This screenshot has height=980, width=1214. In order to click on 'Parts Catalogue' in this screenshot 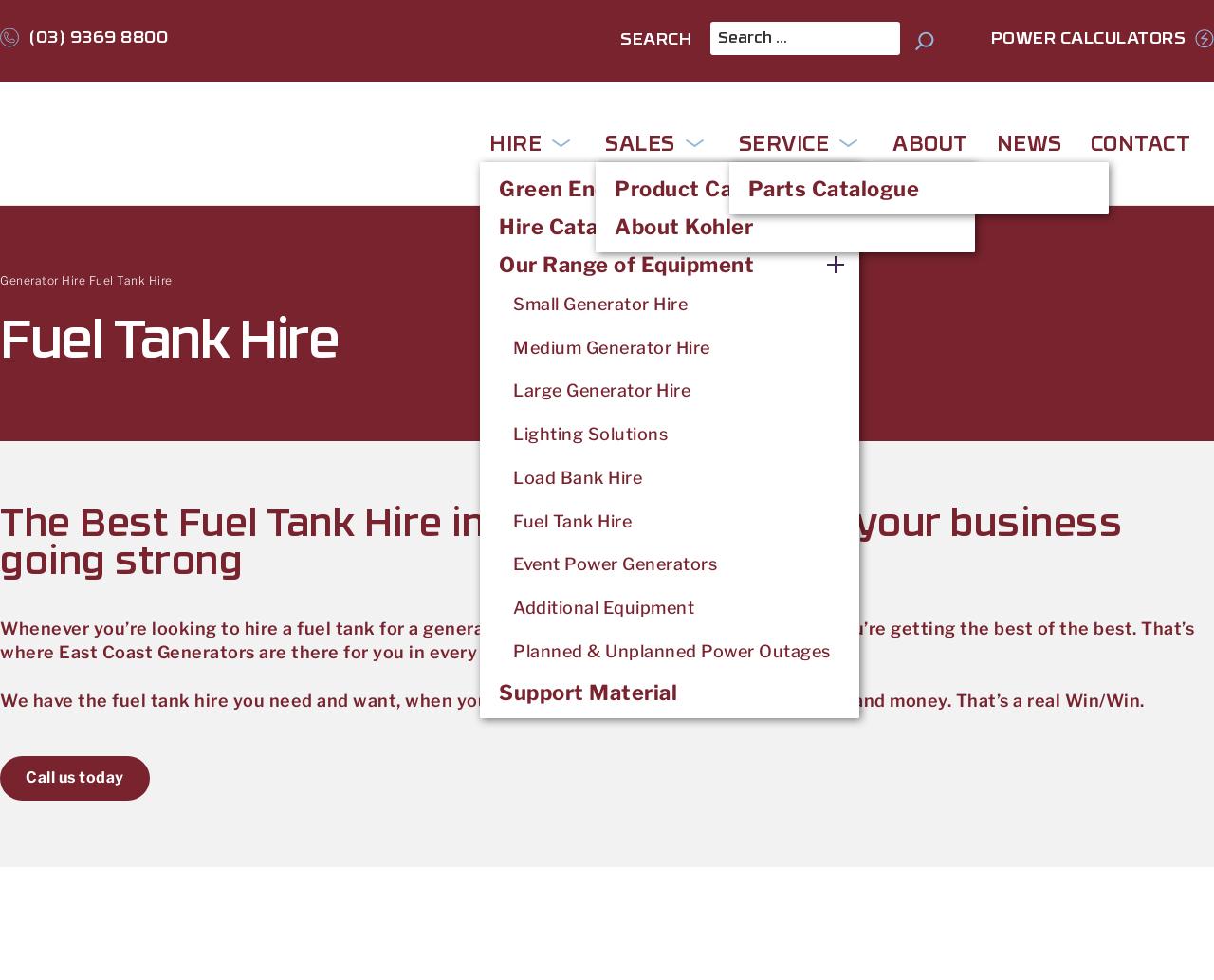, I will do `click(833, 187)`.